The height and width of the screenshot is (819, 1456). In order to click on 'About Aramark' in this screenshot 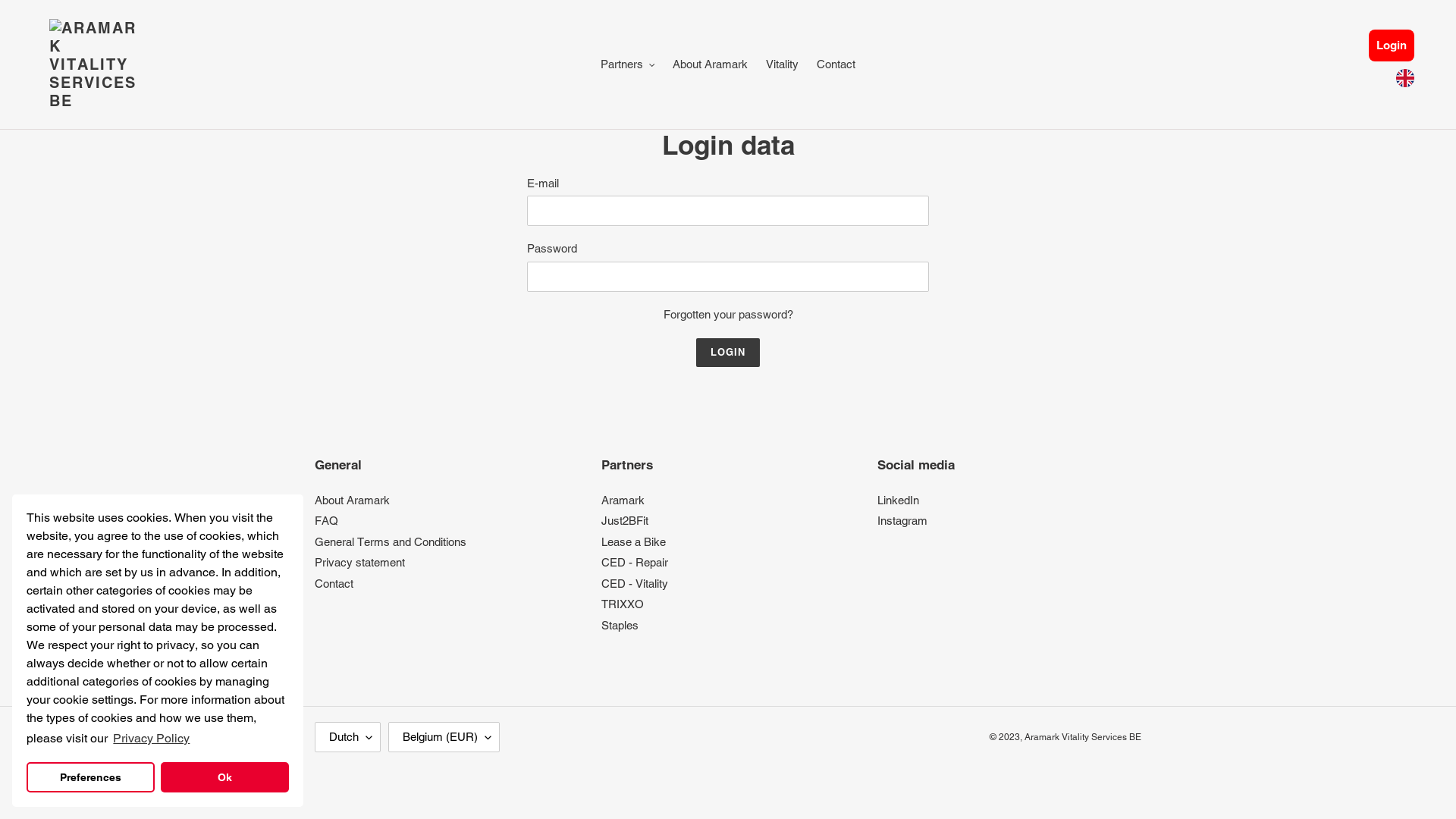, I will do `click(351, 500)`.